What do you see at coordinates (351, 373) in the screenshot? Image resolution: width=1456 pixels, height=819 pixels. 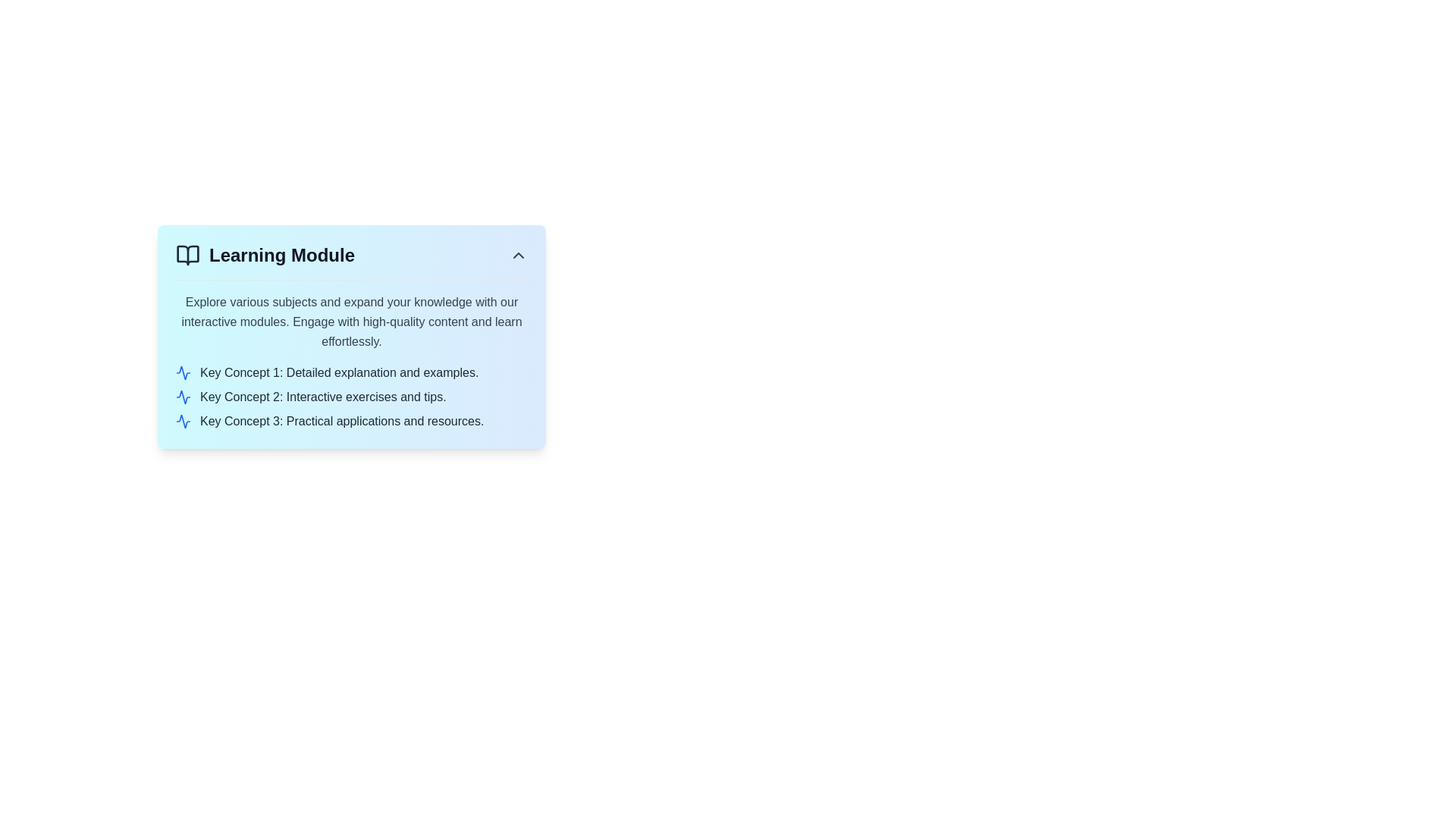 I see `the first item in the 'Learning Module' section, which provides an overview of a key concept` at bounding box center [351, 373].